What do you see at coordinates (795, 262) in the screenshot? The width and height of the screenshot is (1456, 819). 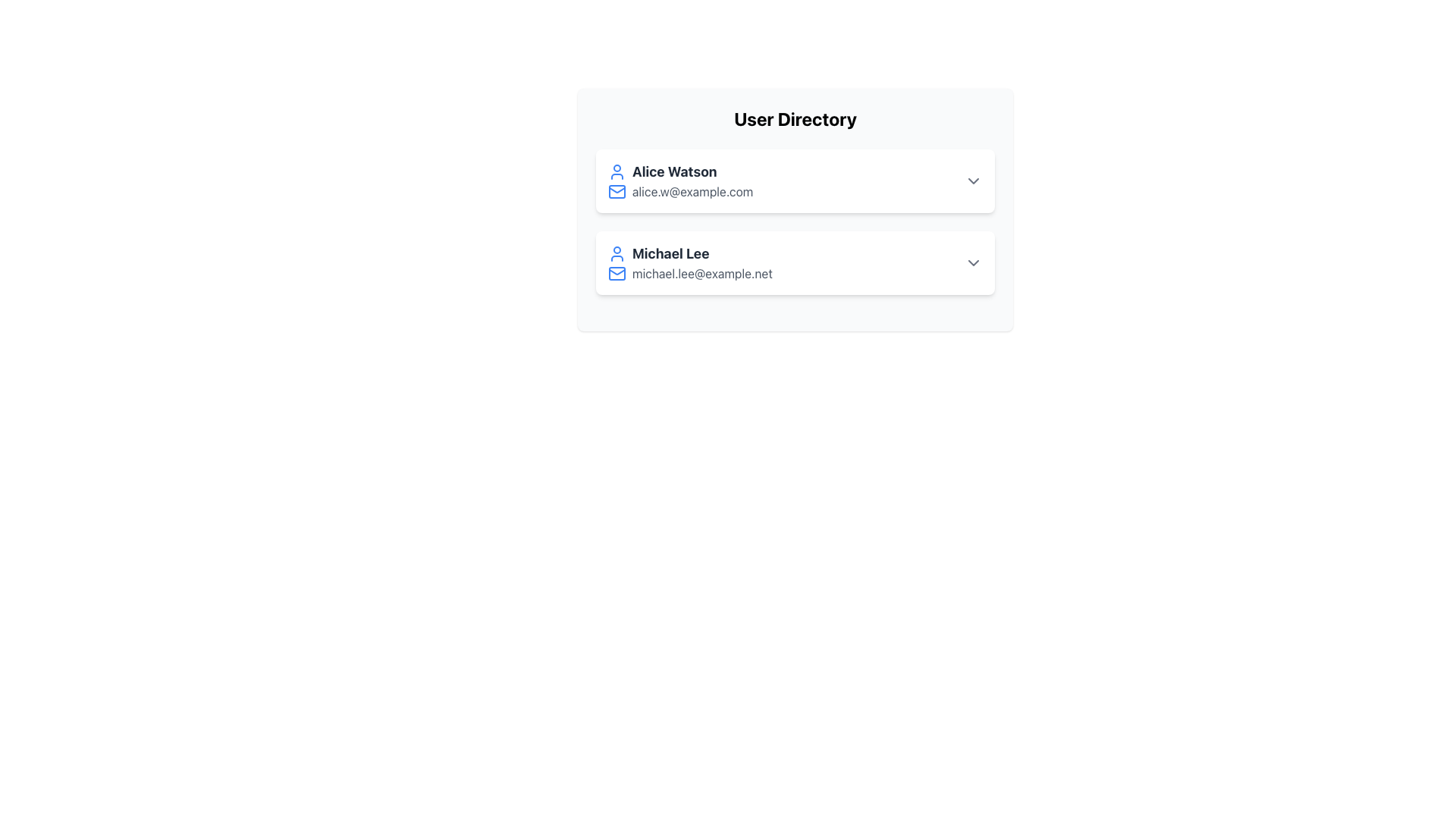 I see `the dropdown arrow on the List Item displaying 'Michael Lee'` at bounding box center [795, 262].